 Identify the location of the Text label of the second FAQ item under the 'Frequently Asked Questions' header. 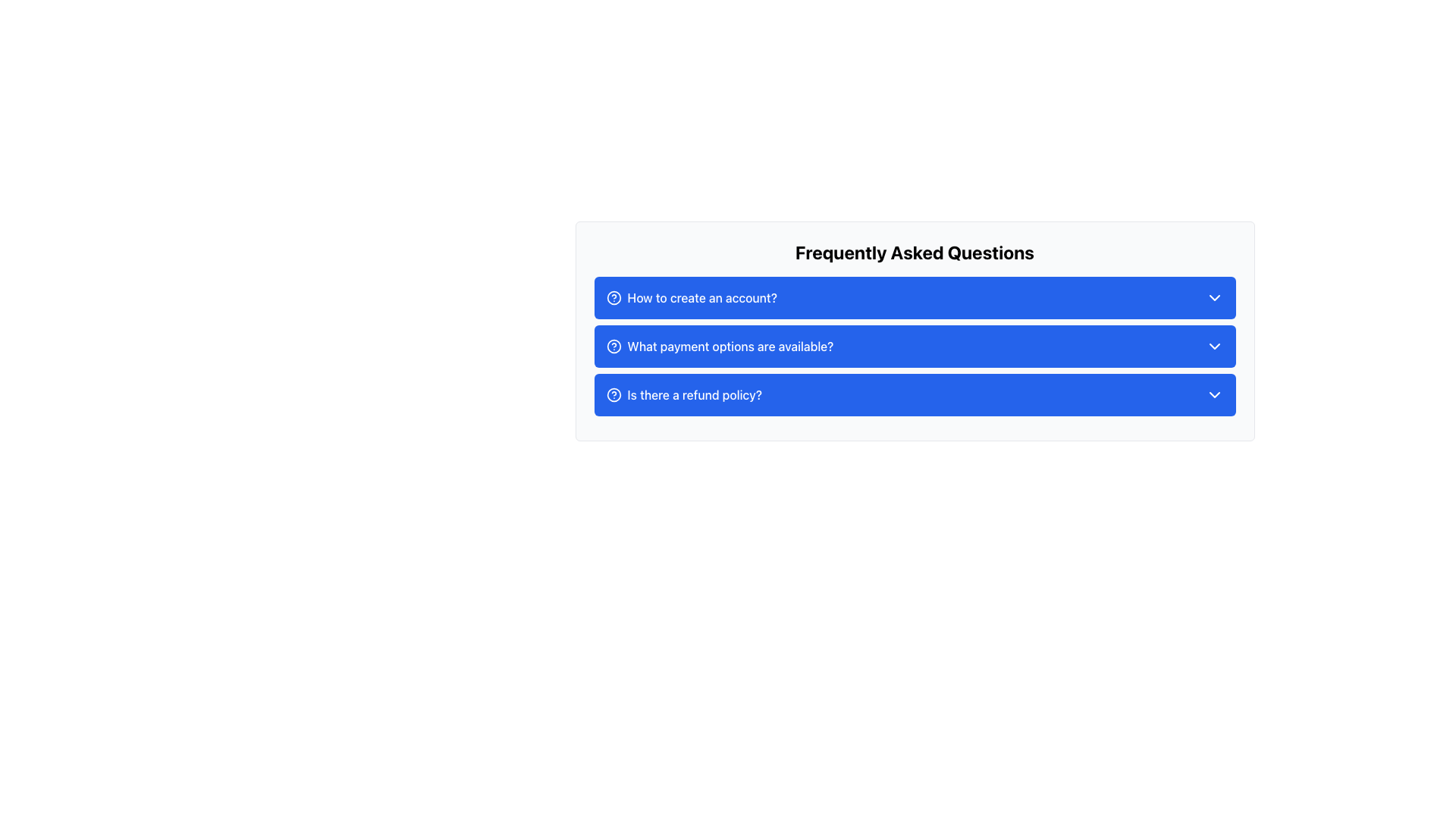
(730, 346).